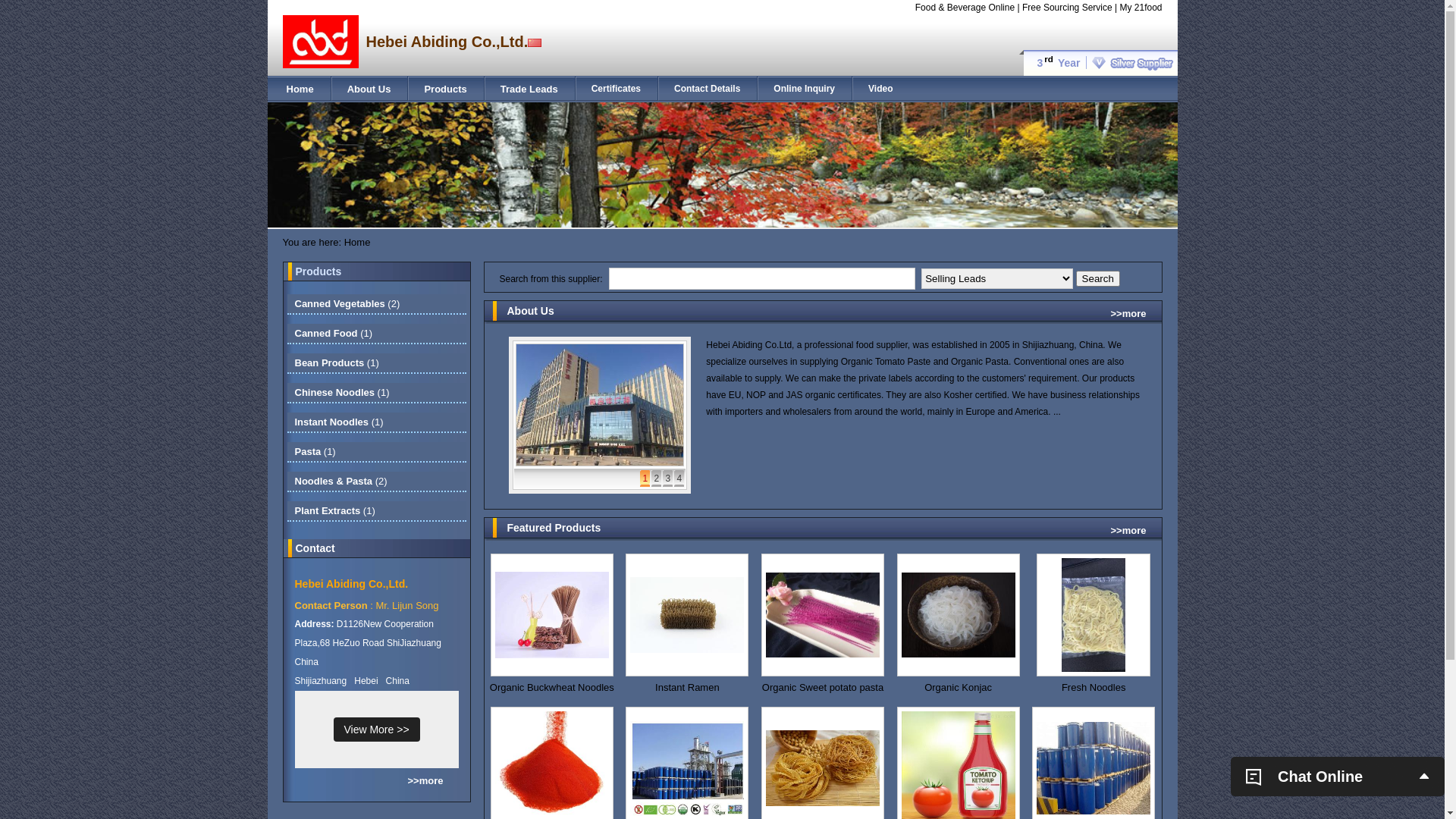 This screenshot has height=819, width=1456. What do you see at coordinates (444, 89) in the screenshot?
I see `'Products'` at bounding box center [444, 89].